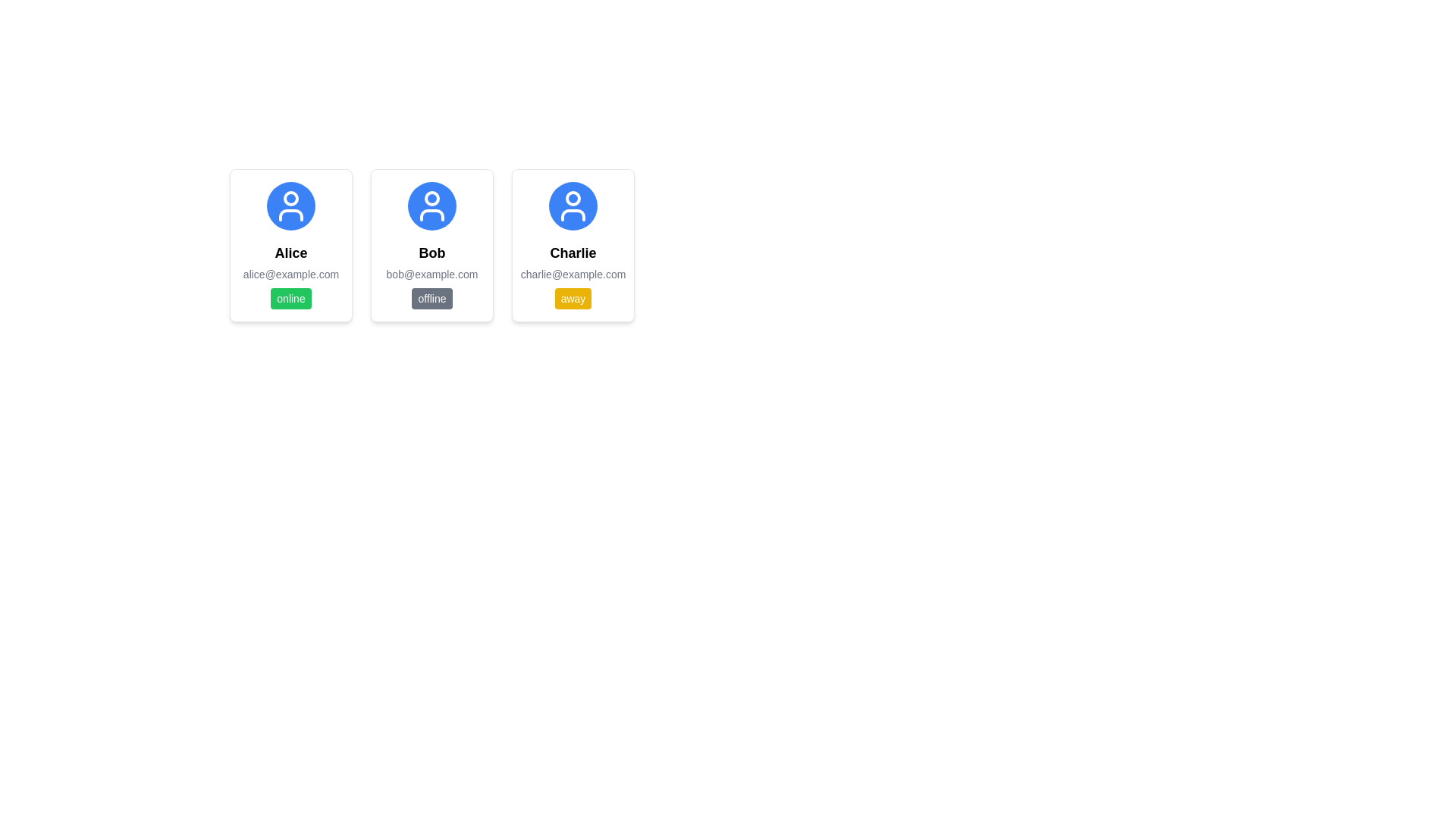 The image size is (1456, 819). What do you see at coordinates (431, 206) in the screenshot?
I see `the circular blue button with a white user icon at its center, which is positioned above the text label 'Bob'` at bounding box center [431, 206].